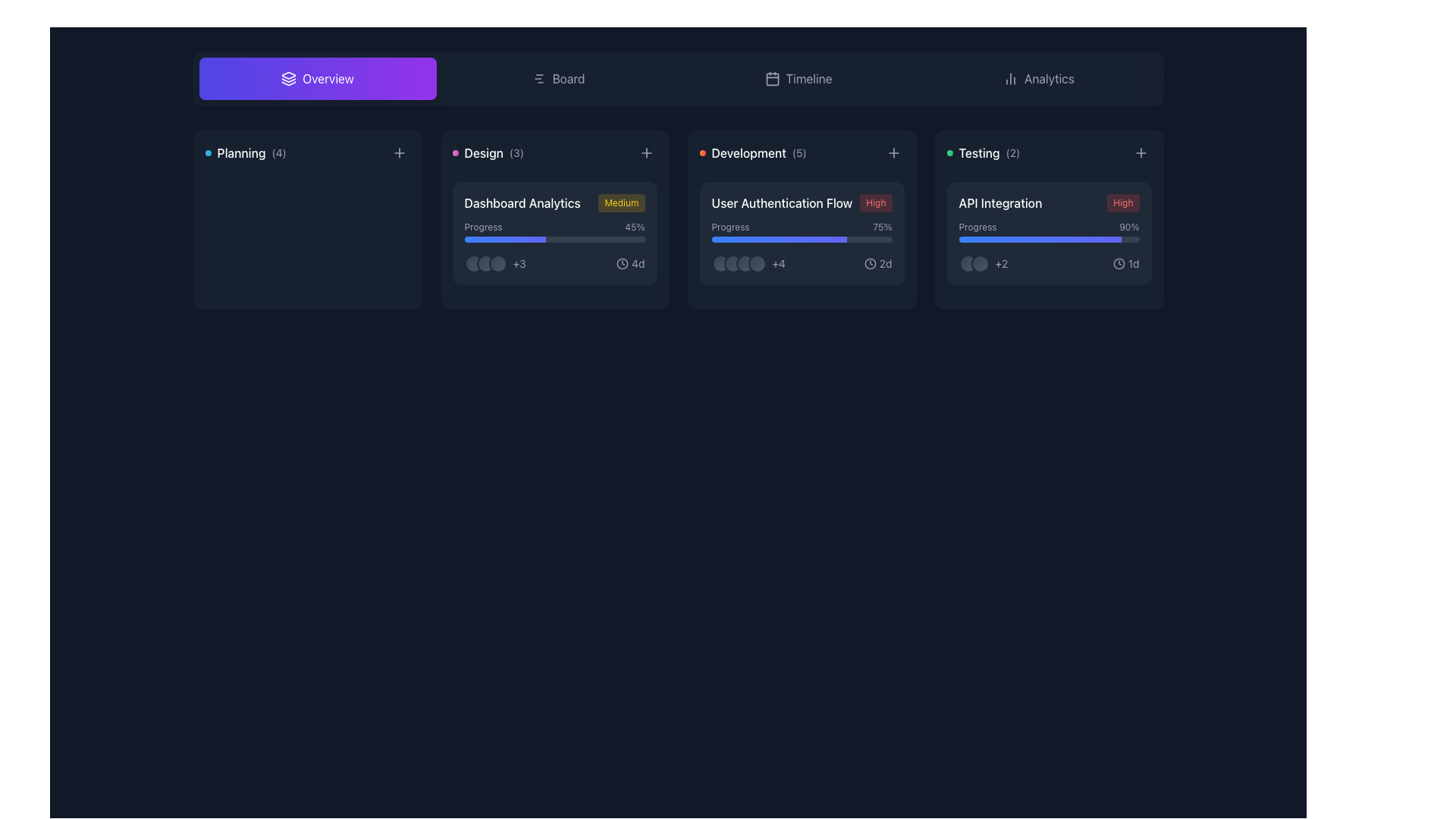 The height and width of the screenshot is (819, 1456). What do you see at coordinates (482, 227) in the screenshot?
I see `the text label displaying 'Progress' in a smaller, light gray font, located within the Dashboard Analytics card, which is positioned in the Design category` at bounding box center [482, 227].